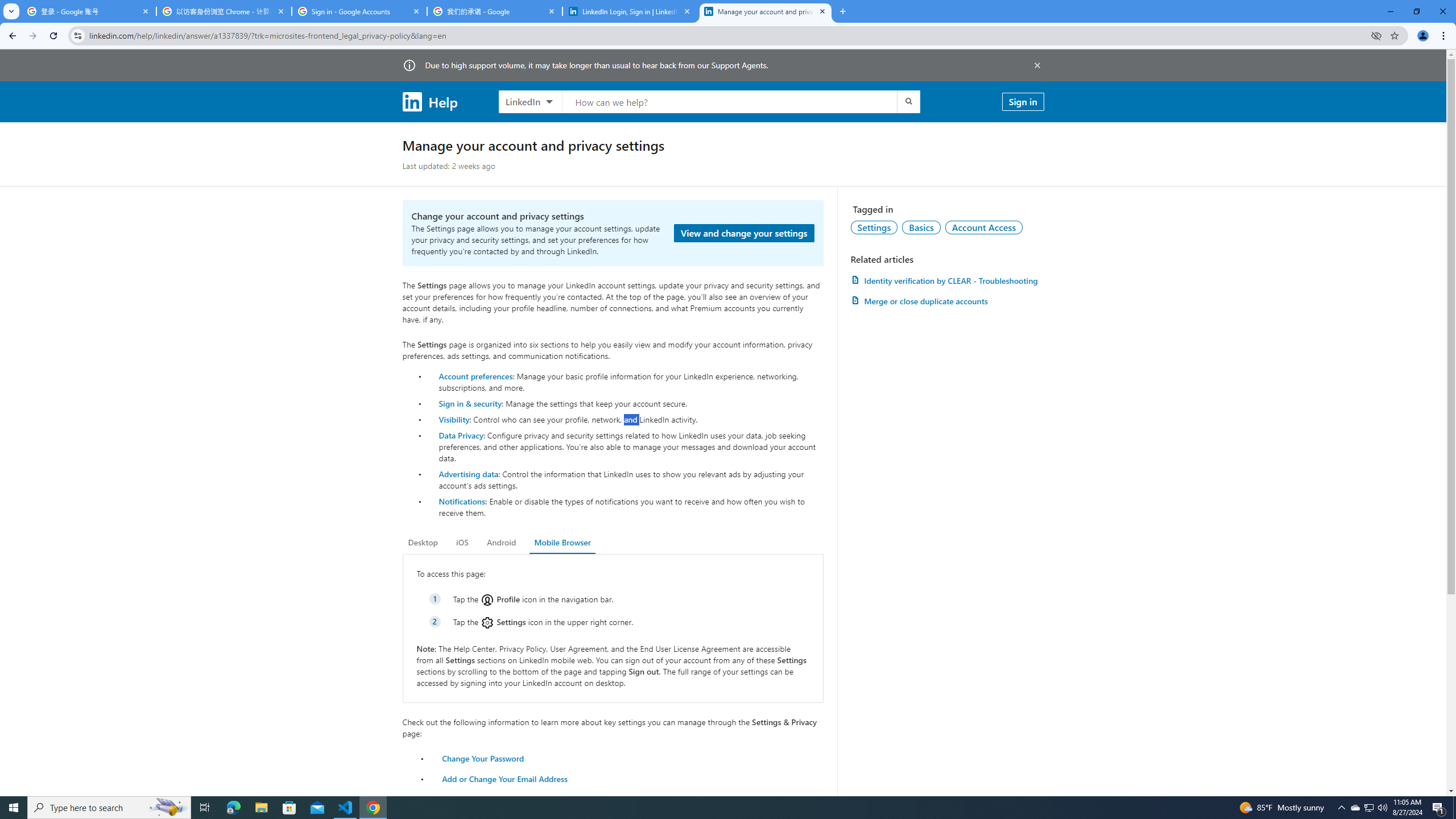 The height and width of the screenshot is (819, 1456). What do you see at coordinates (946, 300) in the screenshot?
I see `'Merge or close duplicate accounts'` at bounding box center [946, 300].